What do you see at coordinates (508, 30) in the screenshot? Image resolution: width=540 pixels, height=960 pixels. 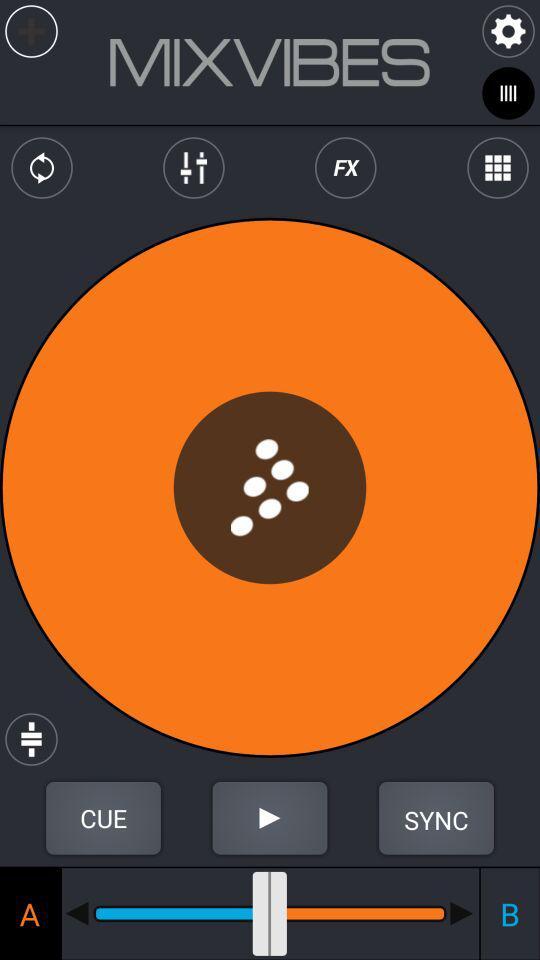 I see `settings` at bounding box center [508, 30].